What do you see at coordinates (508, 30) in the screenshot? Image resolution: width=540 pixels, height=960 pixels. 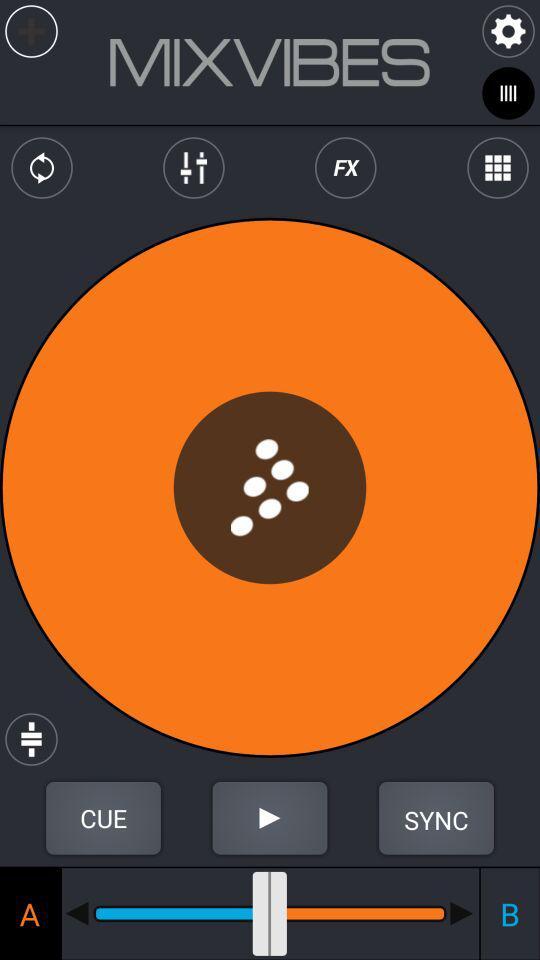 I see `settings` at bounding box center [508, 30].